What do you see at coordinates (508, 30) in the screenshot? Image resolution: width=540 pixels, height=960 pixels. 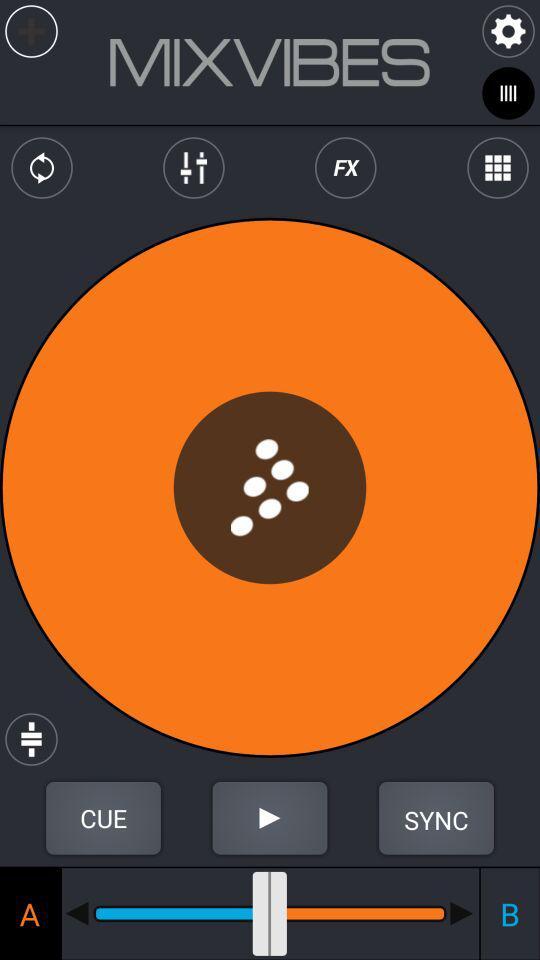 I see `settings` at bounding box center [508, 30].